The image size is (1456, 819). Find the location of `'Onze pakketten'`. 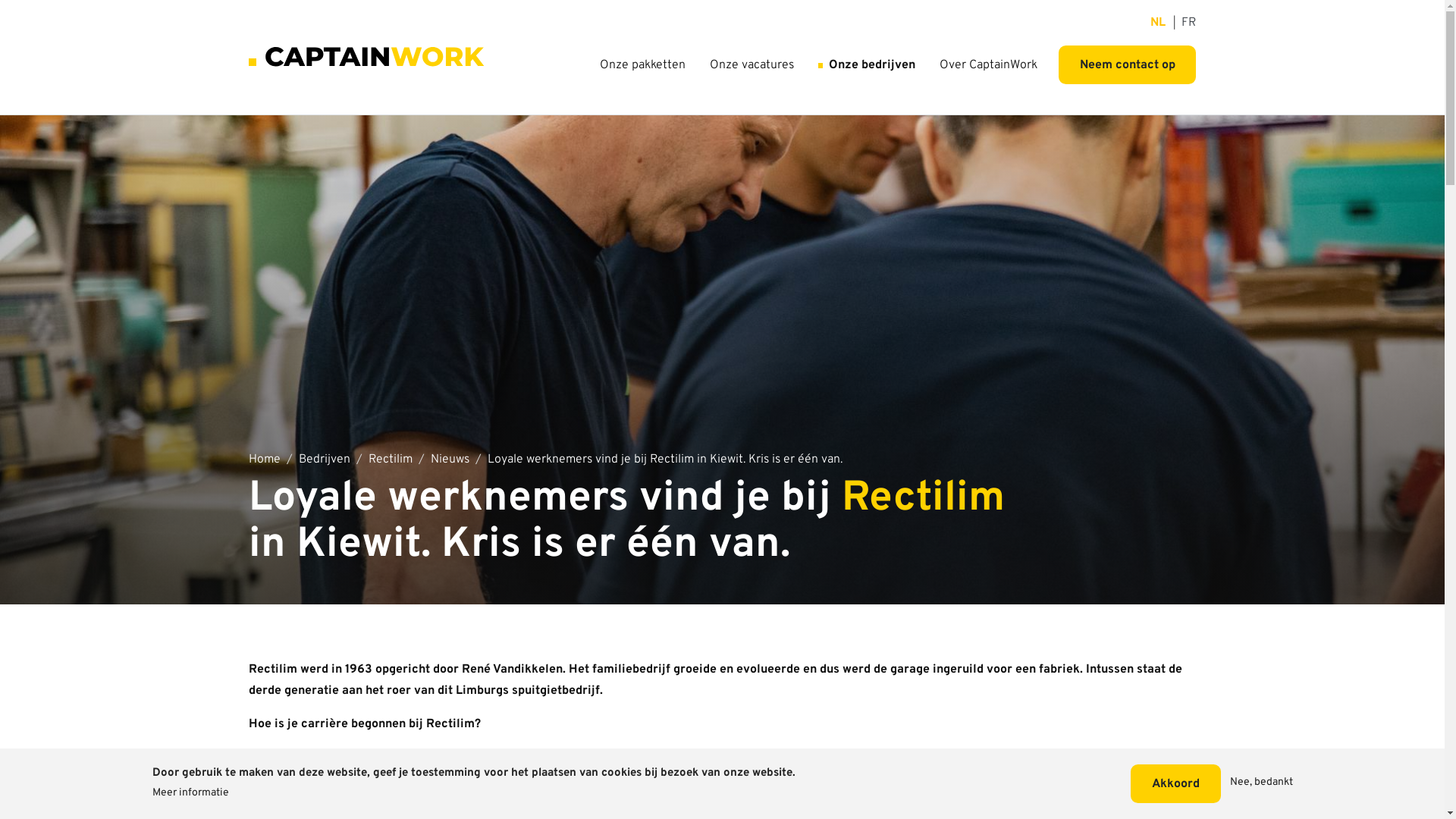

'Onze pakketten' is located at coordinates (642, 64).